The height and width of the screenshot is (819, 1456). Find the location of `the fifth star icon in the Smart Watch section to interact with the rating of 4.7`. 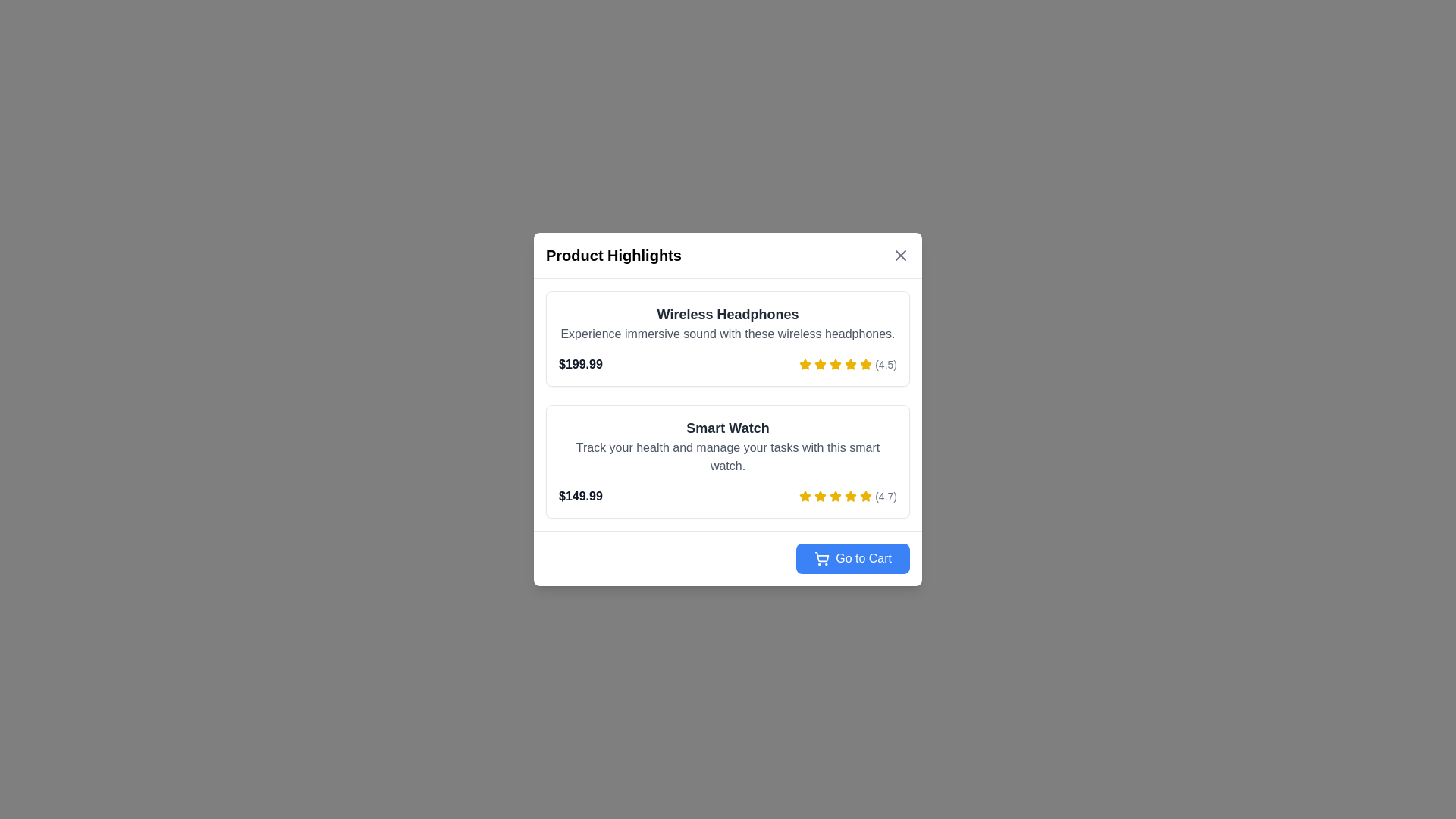

the fifth star icon in the Smart Watch section to interact with the rating of 4.7 is located at coordinates (866, 496).